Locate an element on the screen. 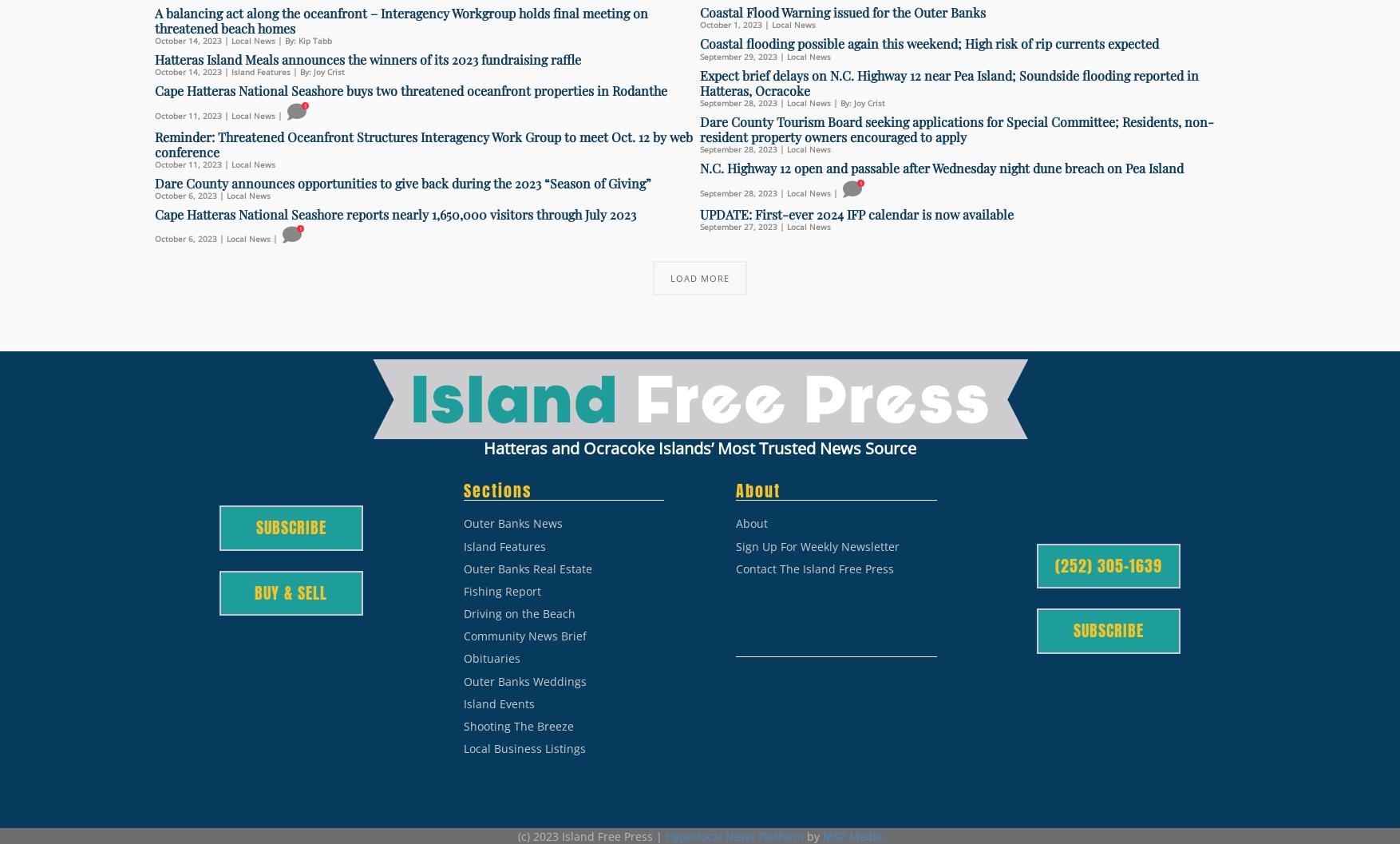 This screenshot has width=1400, height=844. 'Community News Brief' is located at coordinates (524, 636).